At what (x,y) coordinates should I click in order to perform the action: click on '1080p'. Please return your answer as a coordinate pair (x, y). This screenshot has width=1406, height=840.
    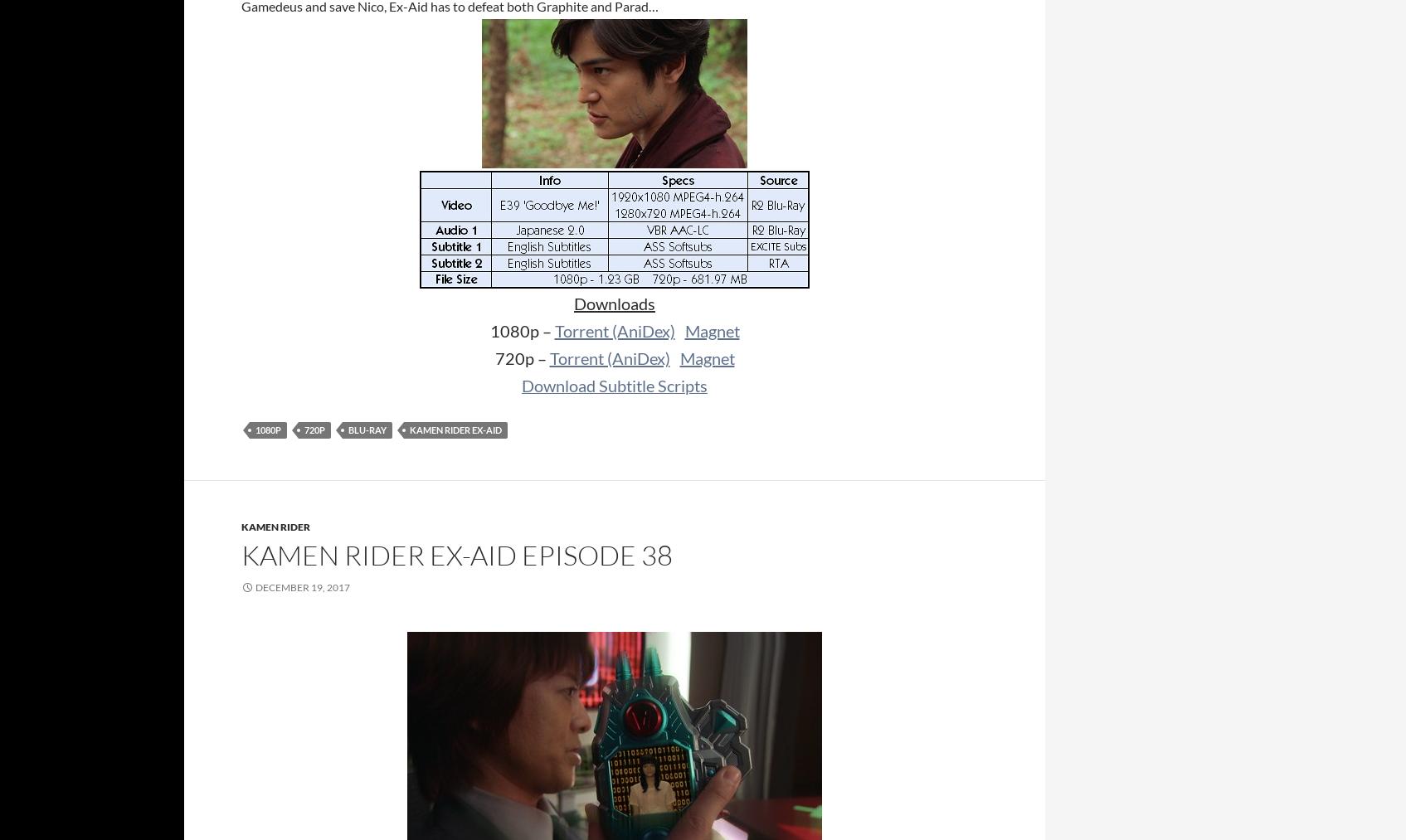
    Looking at the image, I should click on (268, 430).